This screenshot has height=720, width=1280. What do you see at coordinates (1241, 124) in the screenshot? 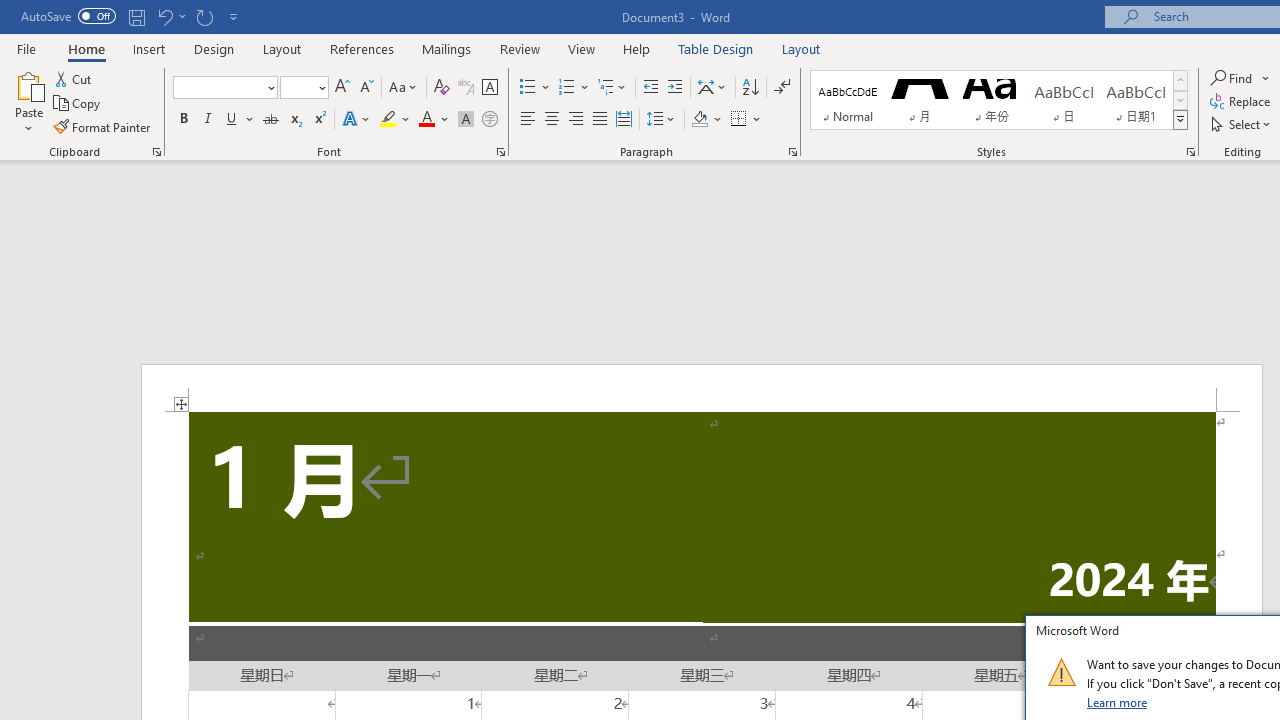
I see `'Select'` at bounding box center [1241, 124].